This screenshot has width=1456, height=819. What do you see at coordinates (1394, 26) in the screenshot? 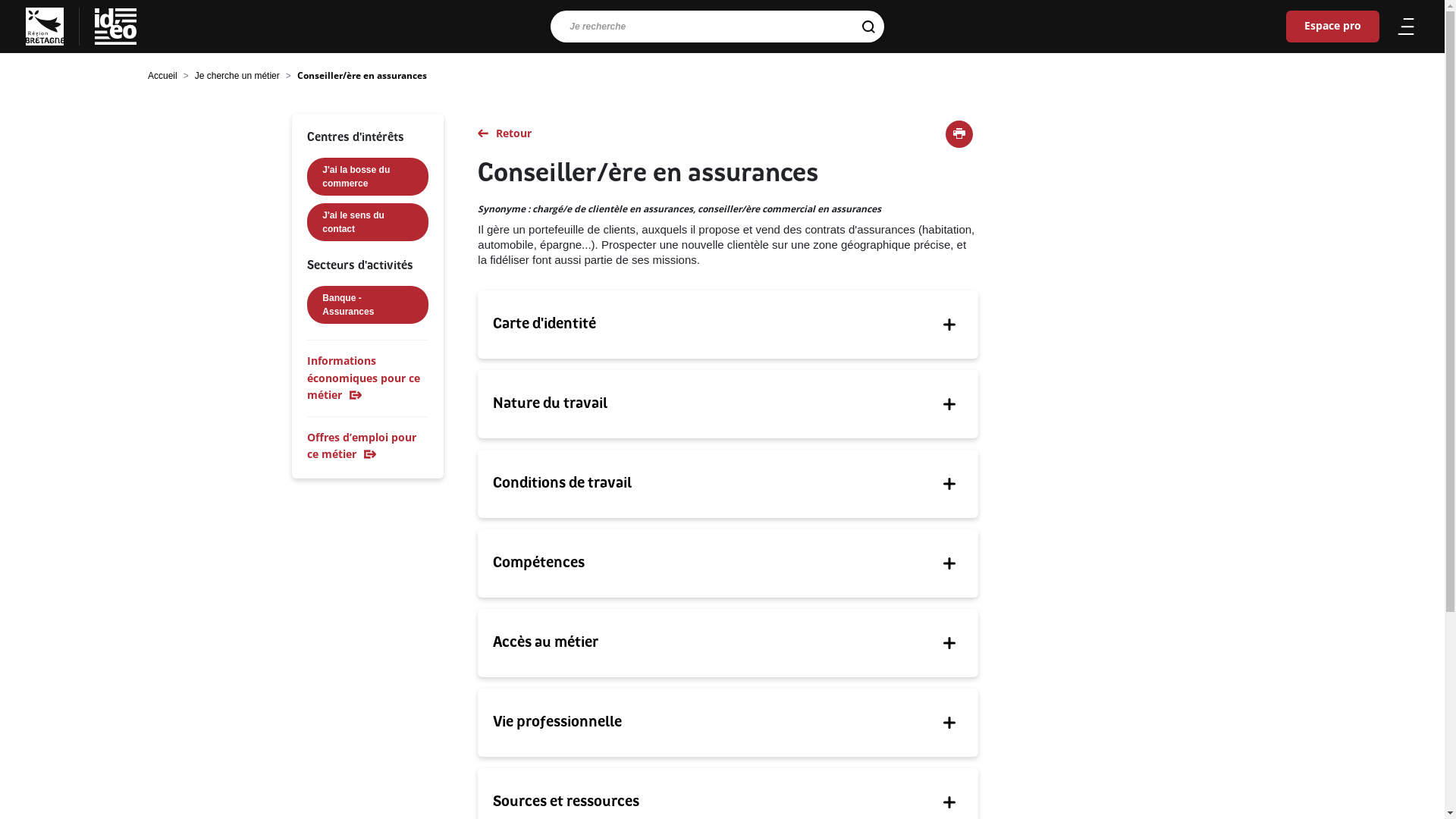
I see `'Menu'` at bounding box center [1394, 26].